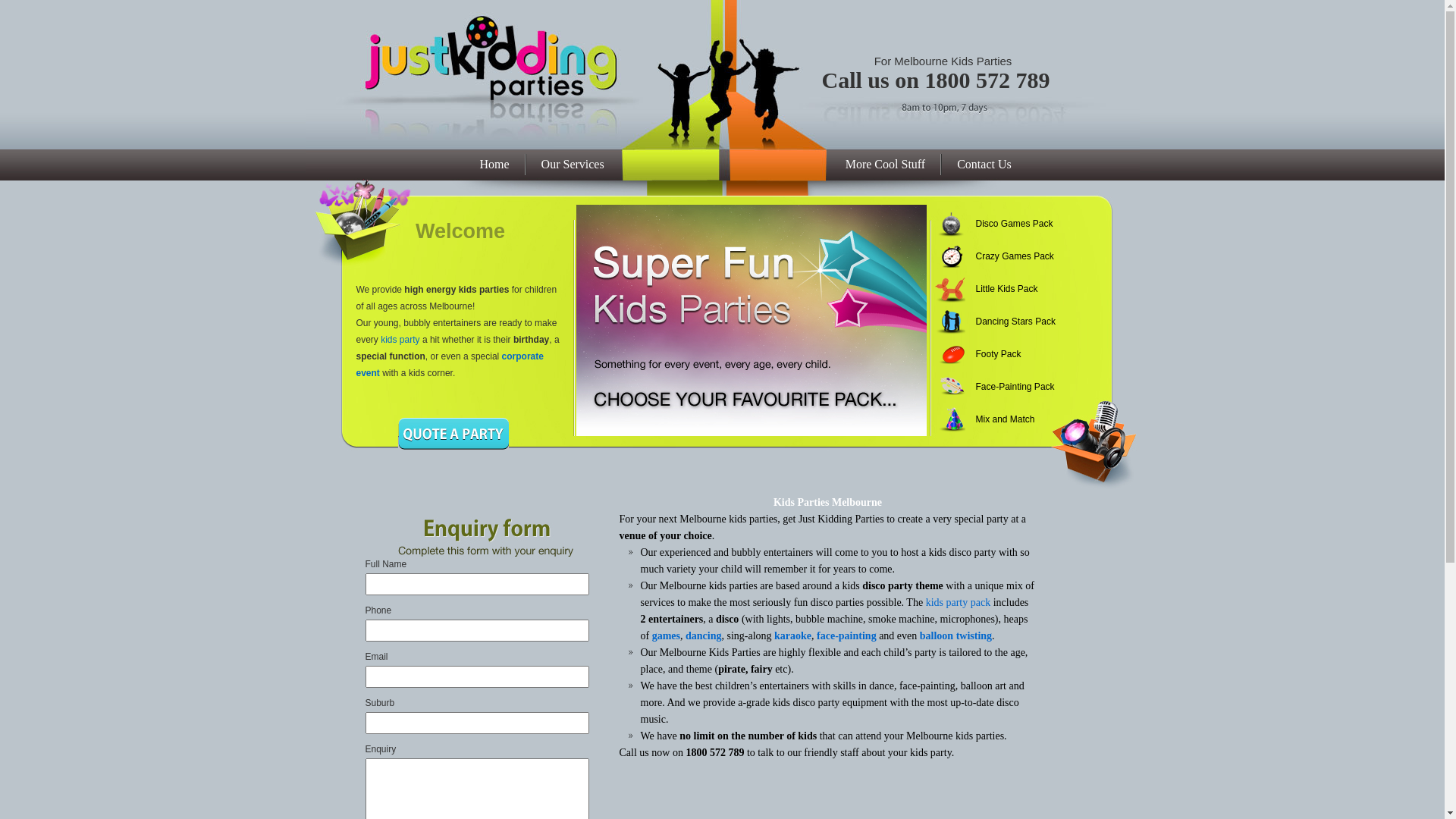  Describe the element at coordinates (1007, 321) in the screenshot. I see `'Dancing Stars Pack'` at that location.